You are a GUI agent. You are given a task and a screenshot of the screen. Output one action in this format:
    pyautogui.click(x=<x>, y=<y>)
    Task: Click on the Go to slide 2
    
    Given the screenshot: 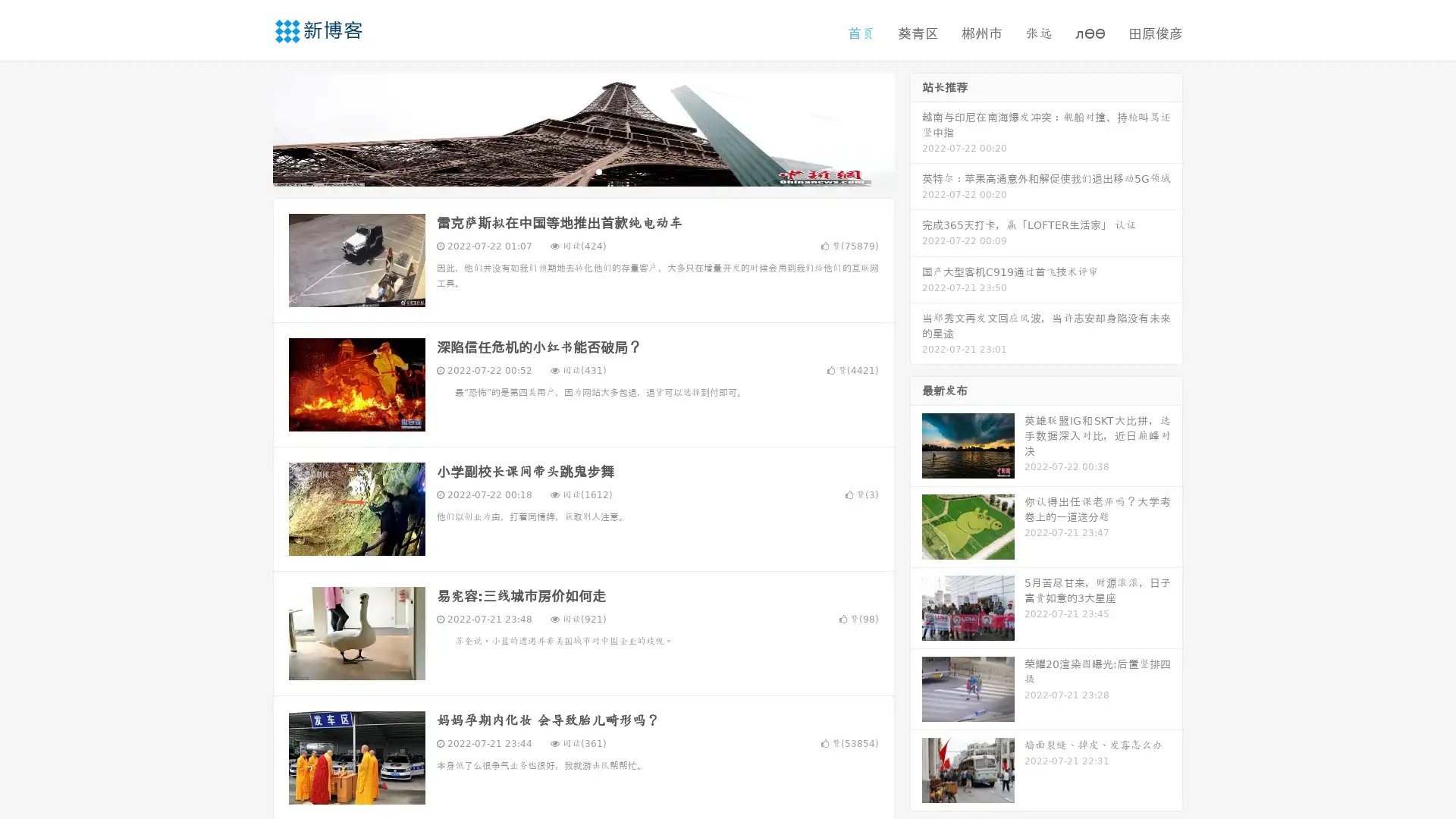 What is the action you would take?
    pyautogui.click(x=582, y=171)
    